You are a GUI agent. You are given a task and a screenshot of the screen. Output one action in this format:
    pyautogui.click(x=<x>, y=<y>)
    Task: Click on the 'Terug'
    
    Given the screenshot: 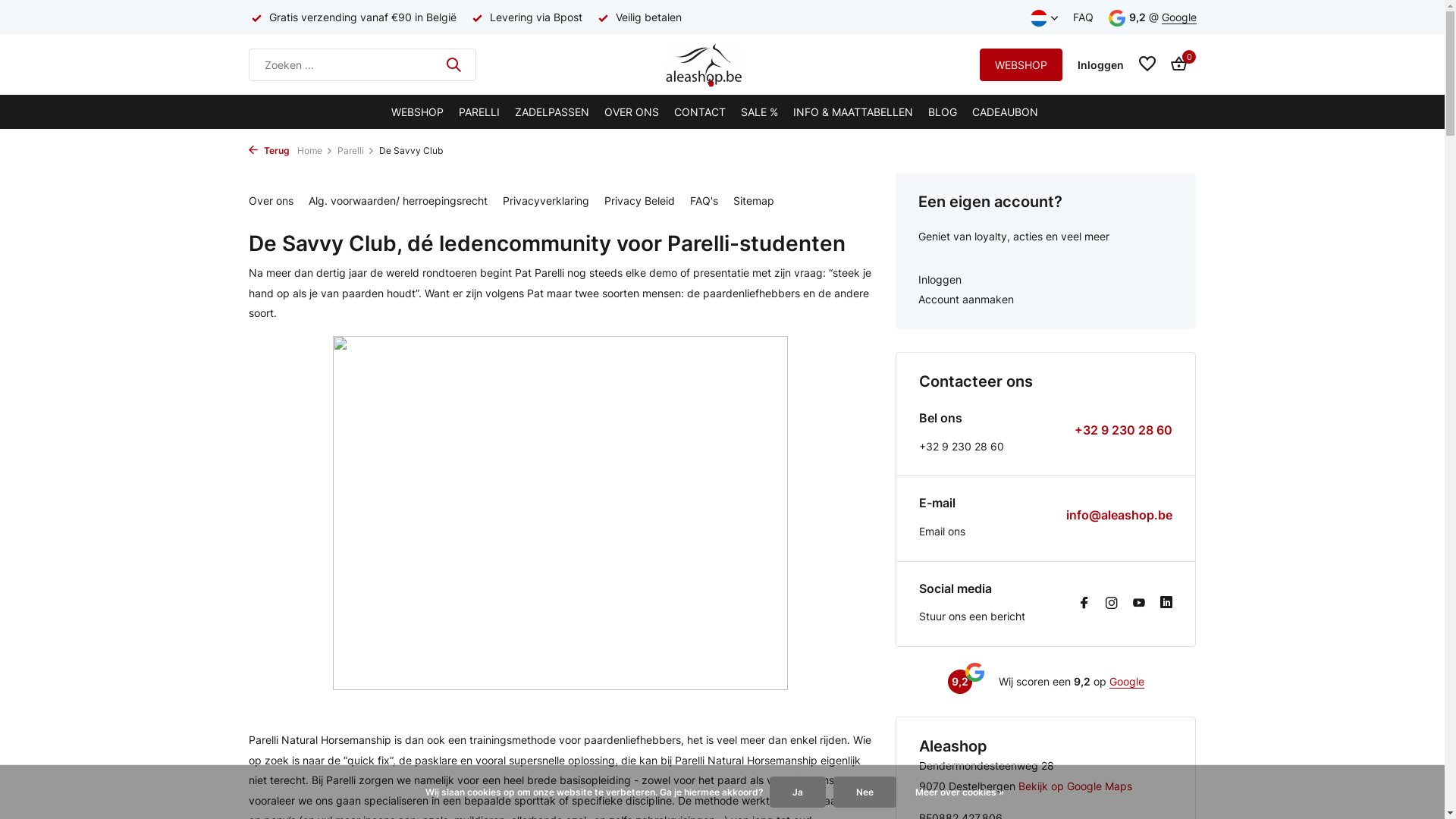 What is the action you would take?
    pyautogui.click(x=269, y=150)
    